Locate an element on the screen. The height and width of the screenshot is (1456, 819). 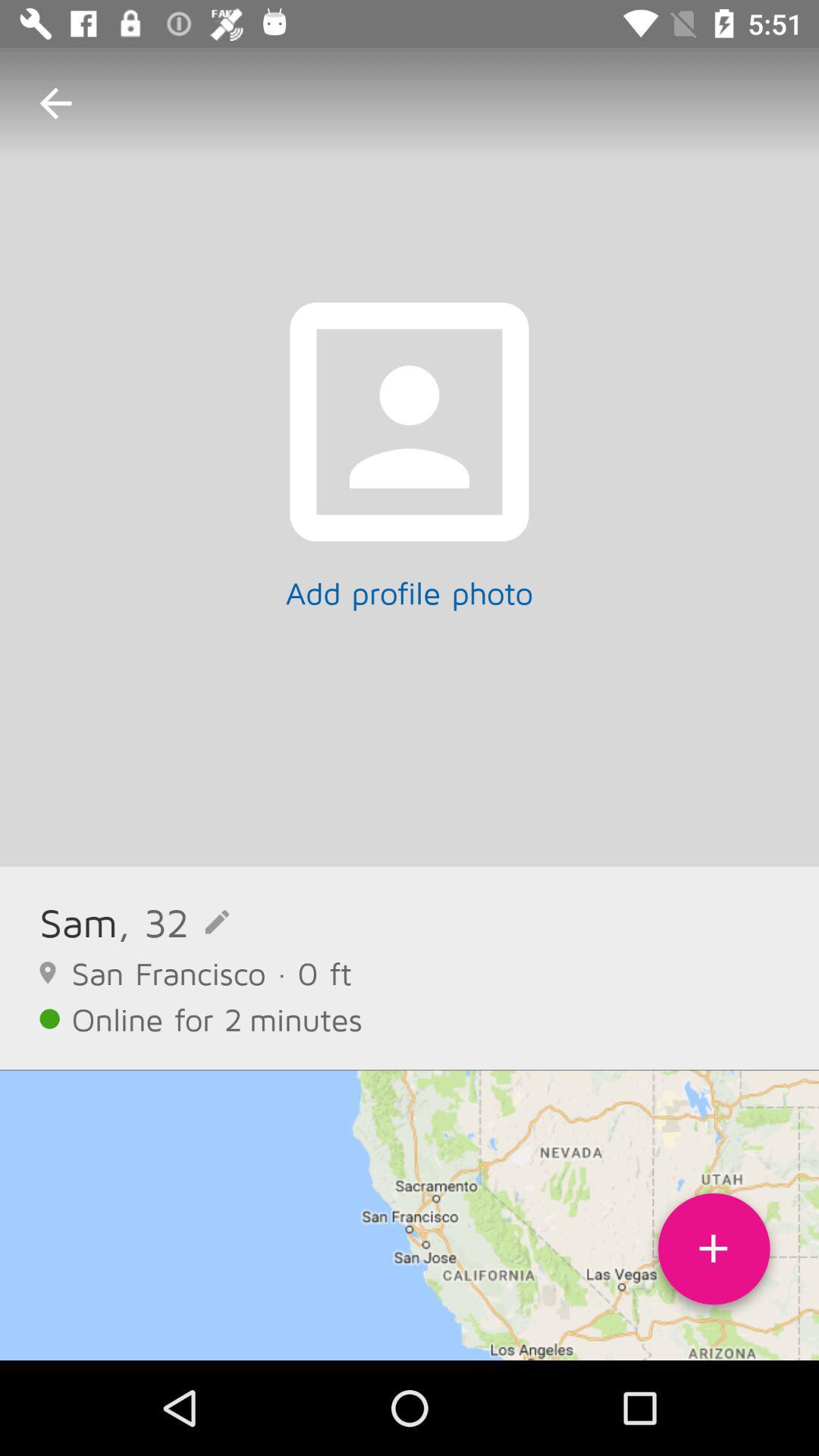
contact is located at coordinates (714, 1254).